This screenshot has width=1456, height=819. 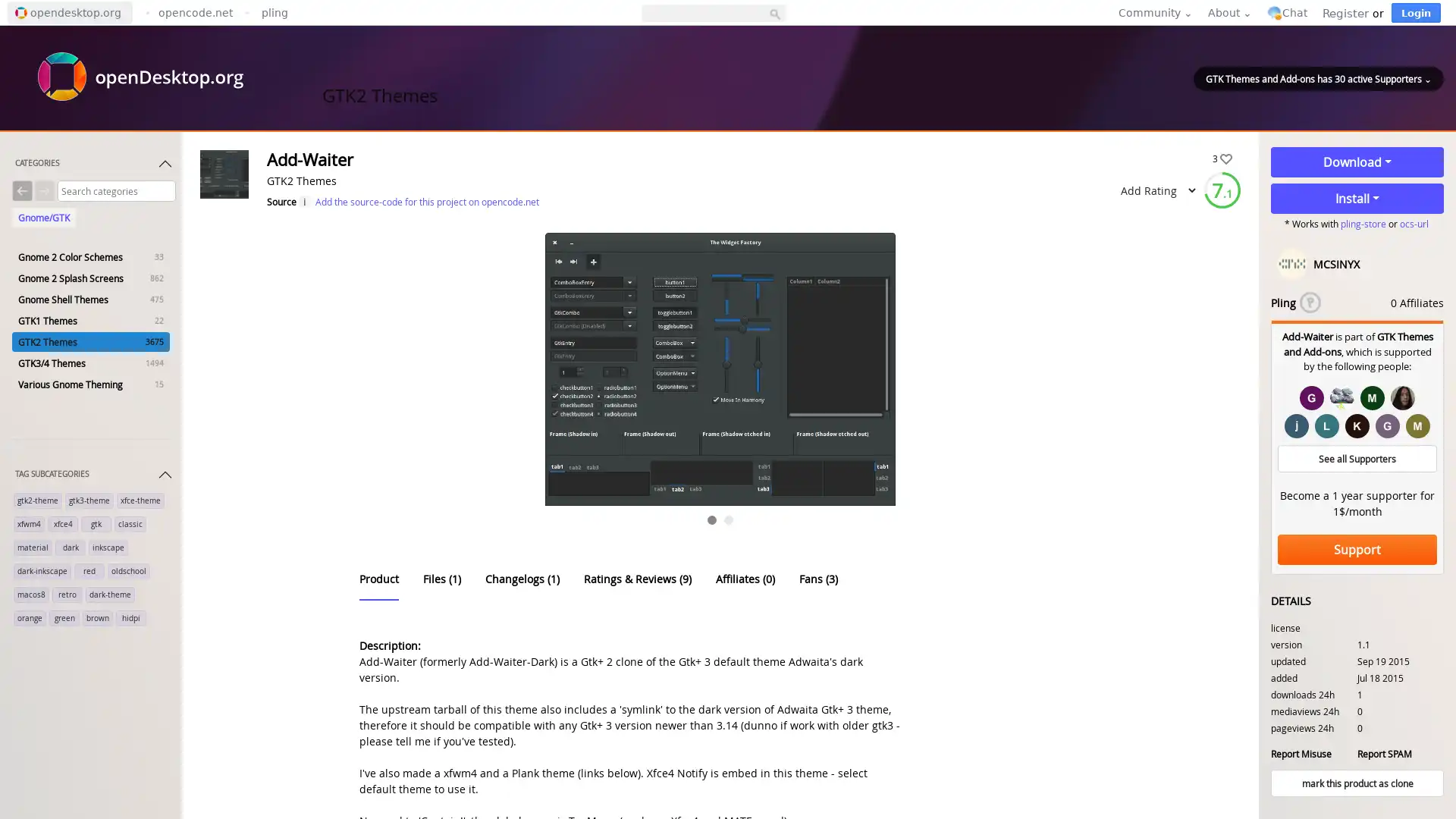 I want to click on mark this product as clone, so click(x=1357, y=783).